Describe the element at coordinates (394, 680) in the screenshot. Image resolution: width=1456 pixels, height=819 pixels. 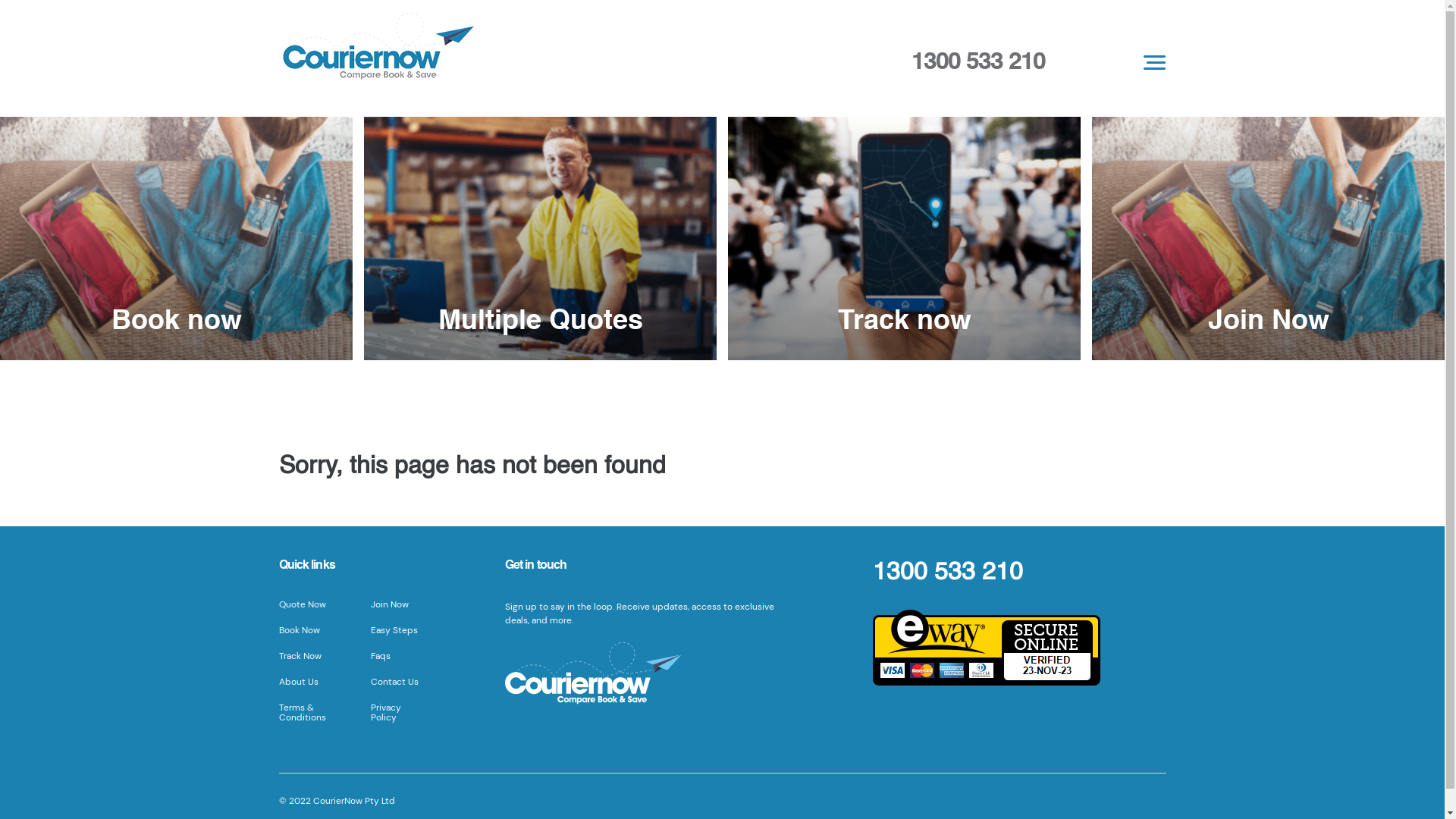
I see `'Contact Us'` at that location.